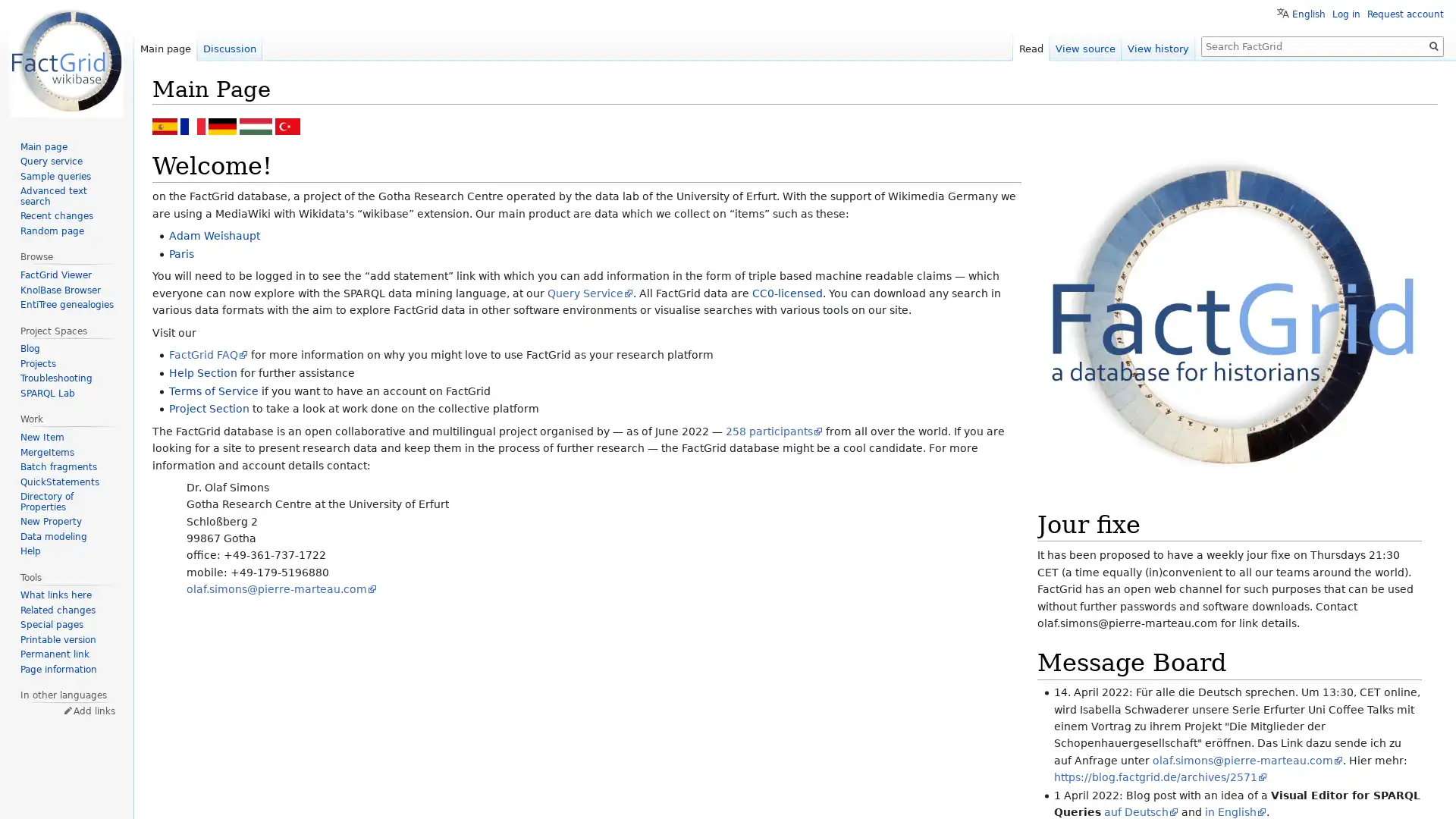 The image size is (1456, 819). What do you see at coordinates (1433, 45) in the screenshot?
I see `Go` at bounding box center [1433, 45].